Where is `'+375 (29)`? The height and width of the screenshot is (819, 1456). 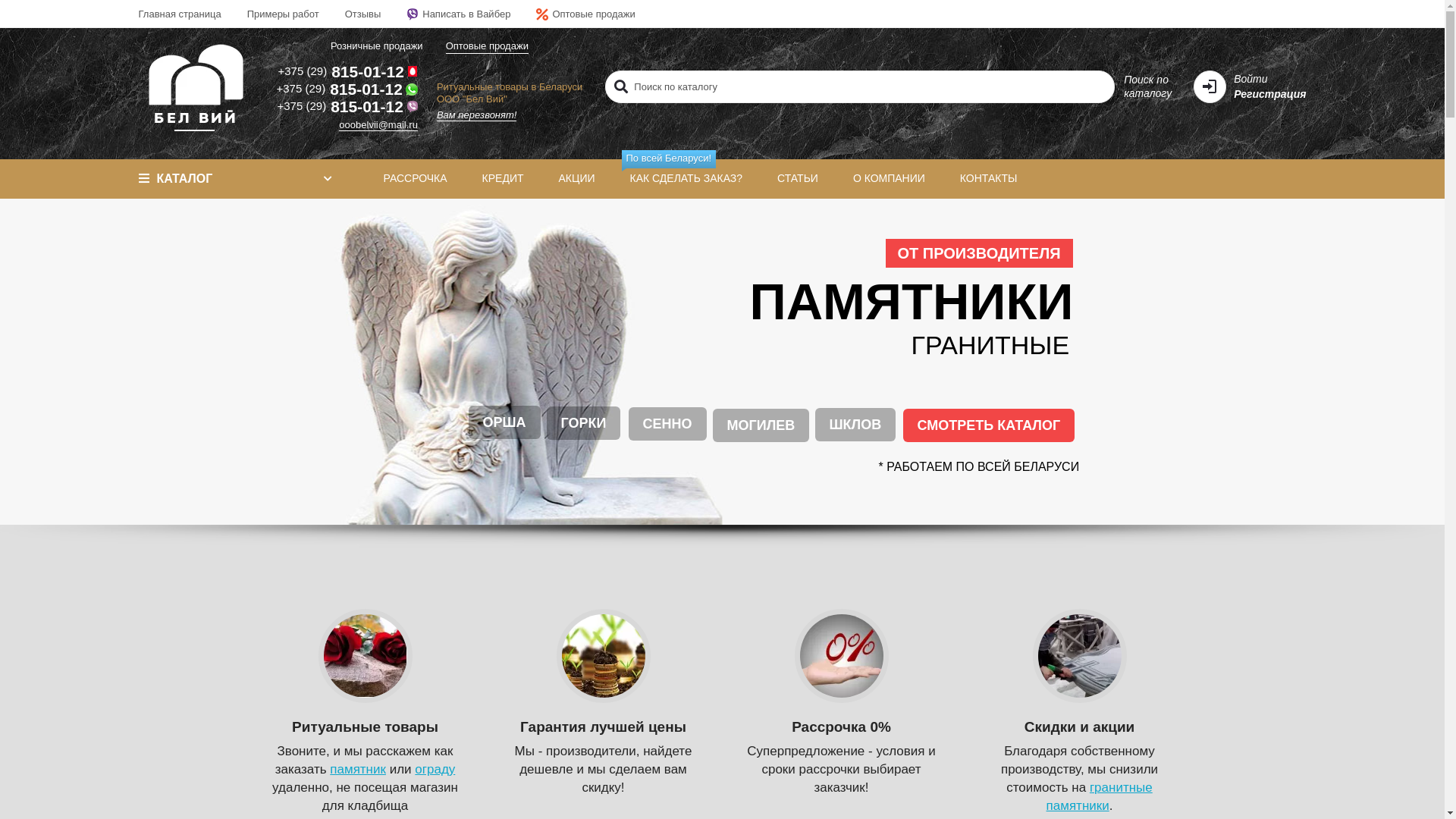 '+375 (29) is located at coordinates (345, 105).